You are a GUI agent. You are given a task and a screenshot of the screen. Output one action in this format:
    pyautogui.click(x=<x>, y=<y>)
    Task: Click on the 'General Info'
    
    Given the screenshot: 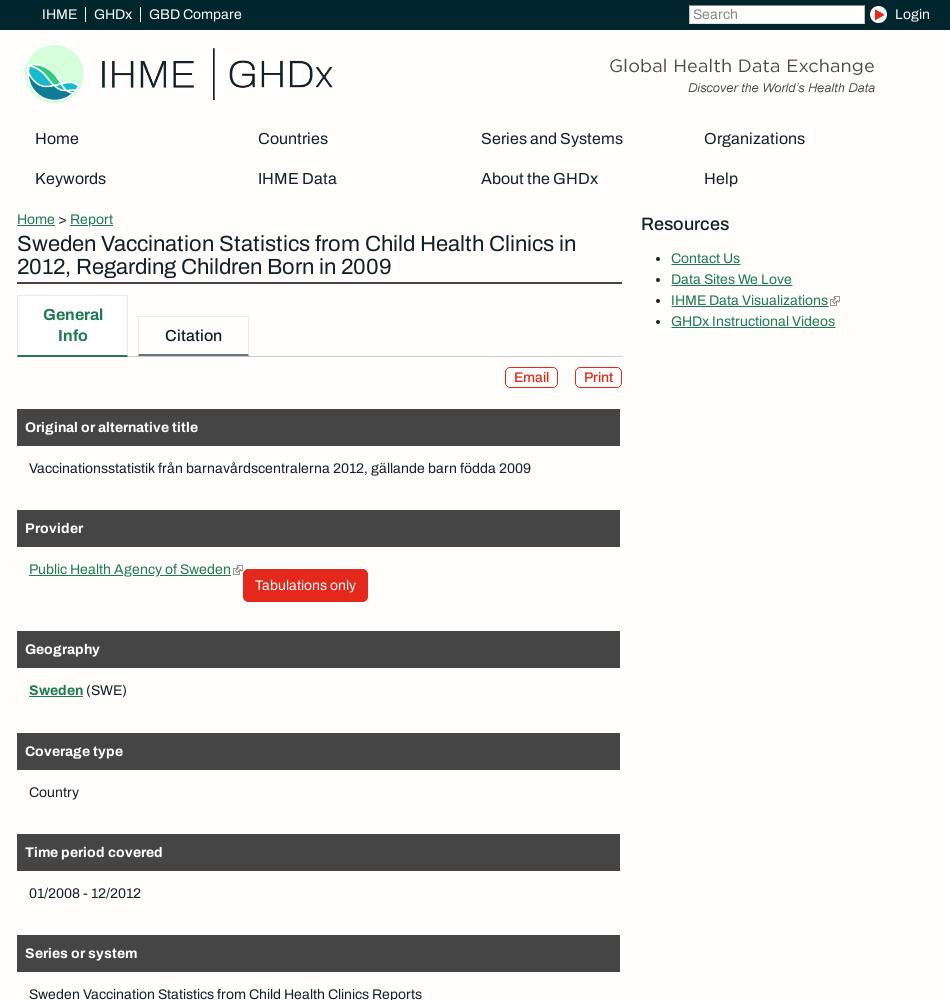 What is the action you would take?
    pyautogui.click(x=72, y=324)
    